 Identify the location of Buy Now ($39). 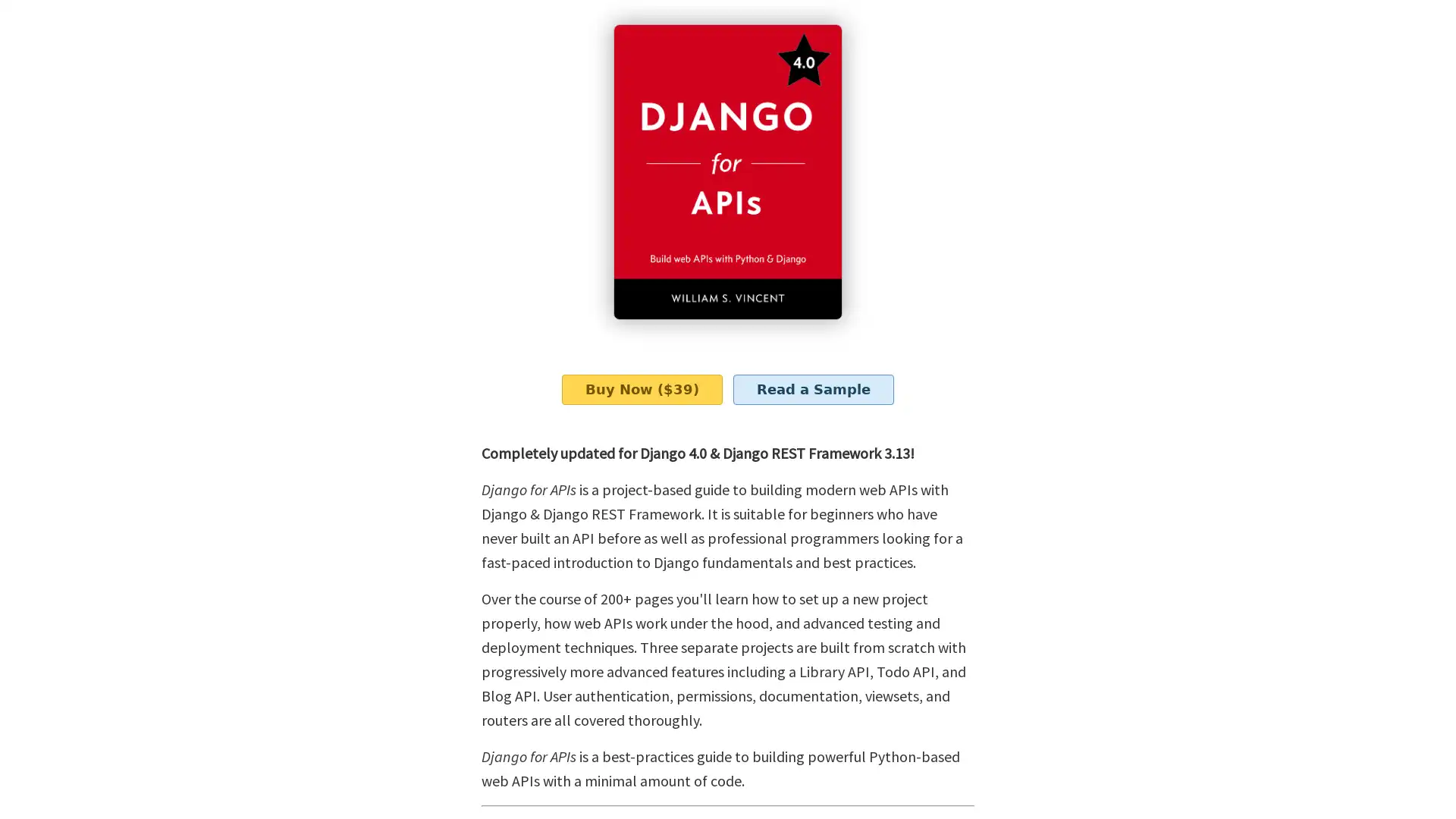
(642, 388).